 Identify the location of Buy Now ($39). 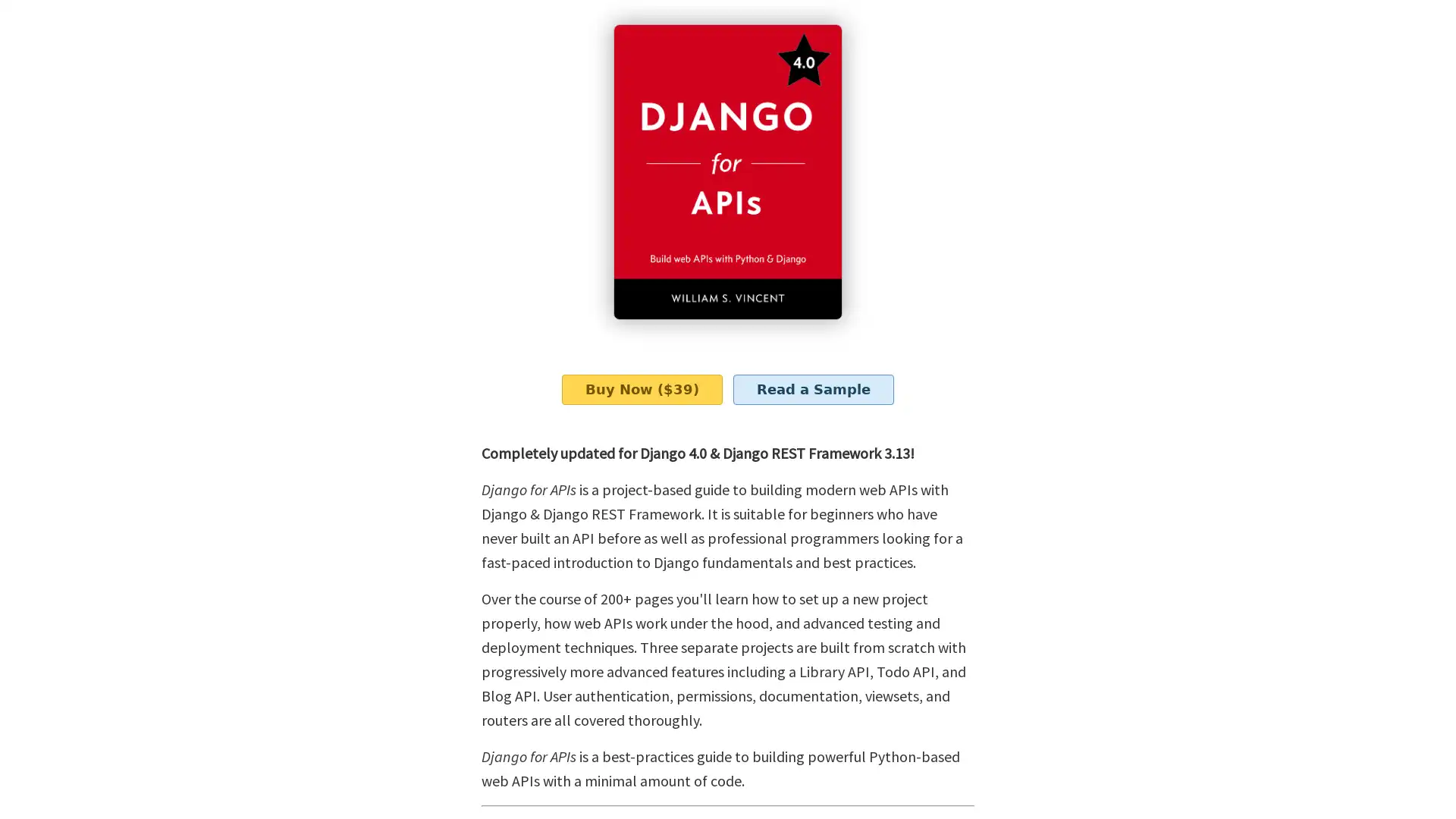
(642, 388).